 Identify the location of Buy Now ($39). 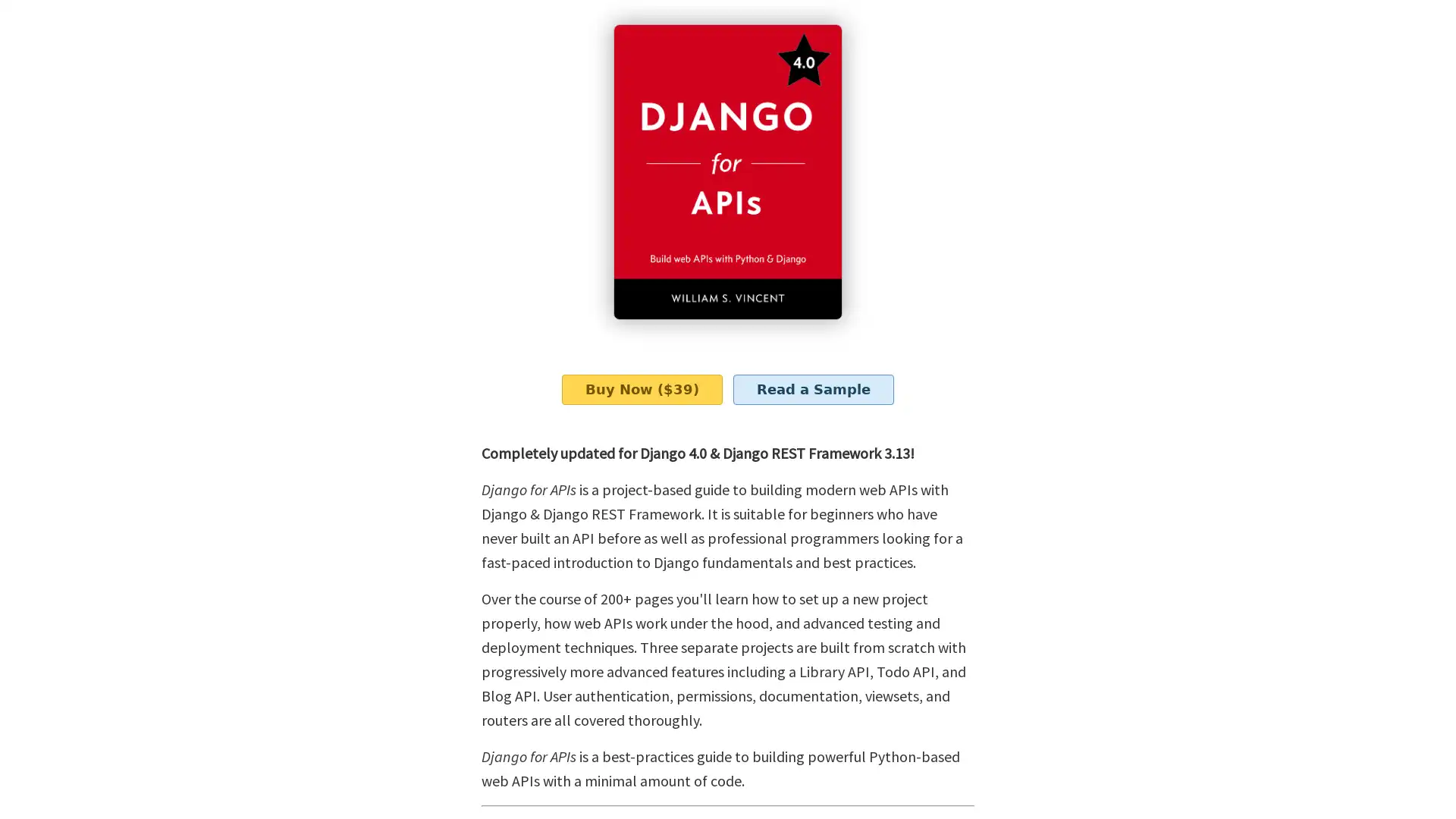
(642, 388).